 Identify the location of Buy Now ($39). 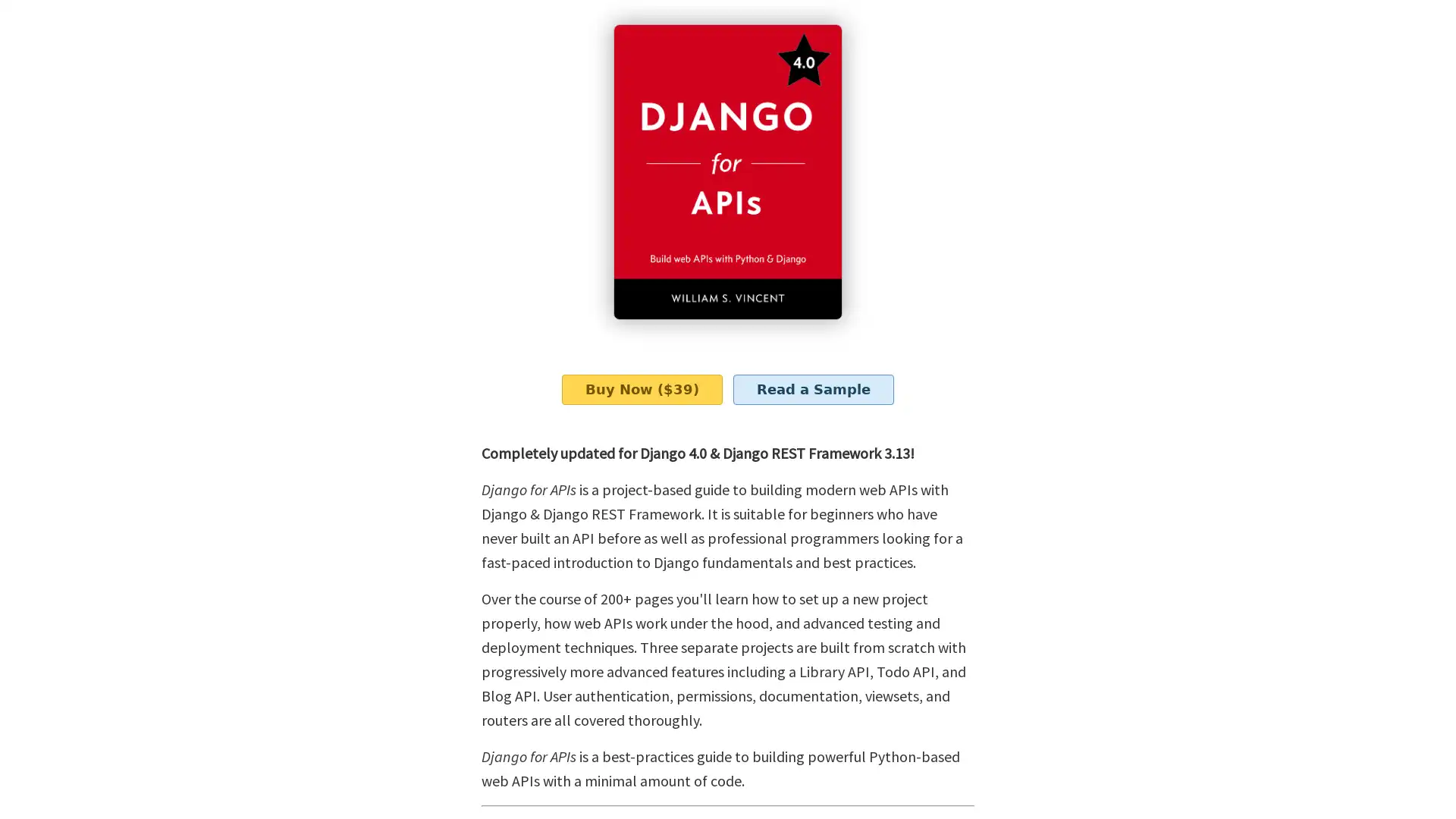
(642, 388).